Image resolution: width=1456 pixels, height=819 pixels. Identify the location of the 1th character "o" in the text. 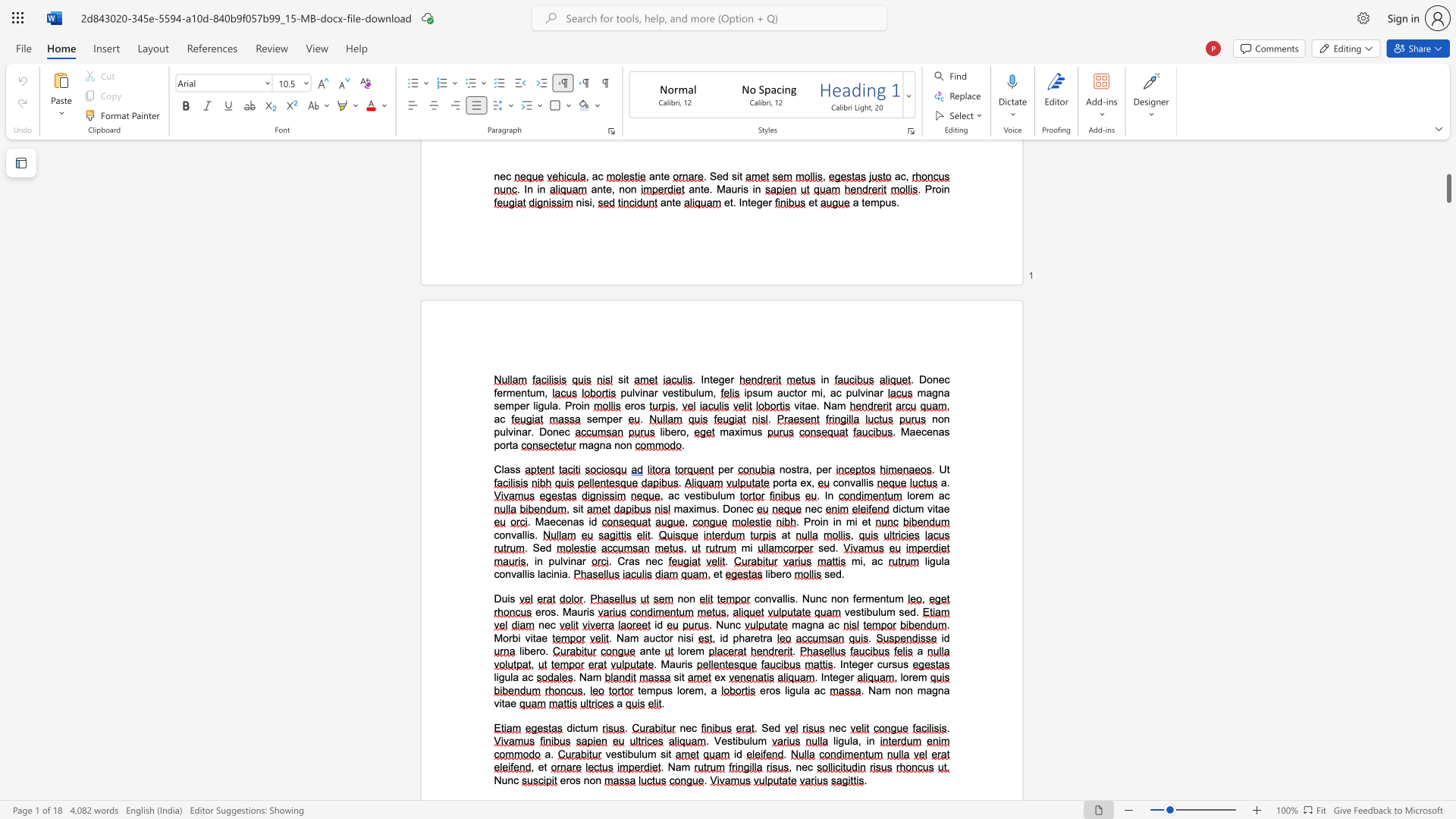
(788, 469).